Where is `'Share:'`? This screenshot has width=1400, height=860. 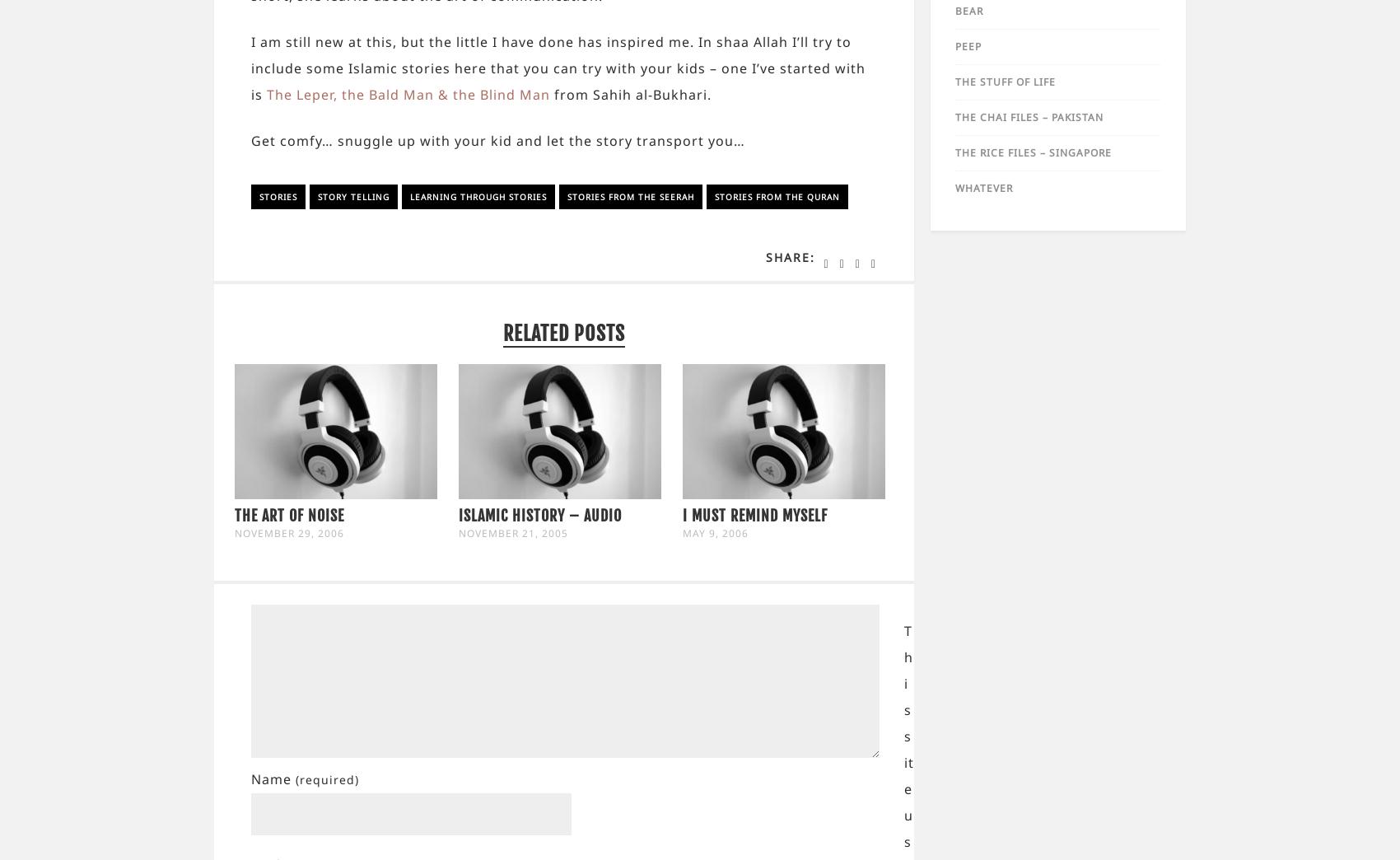 'Share:' is located at coordinates (788, 256).